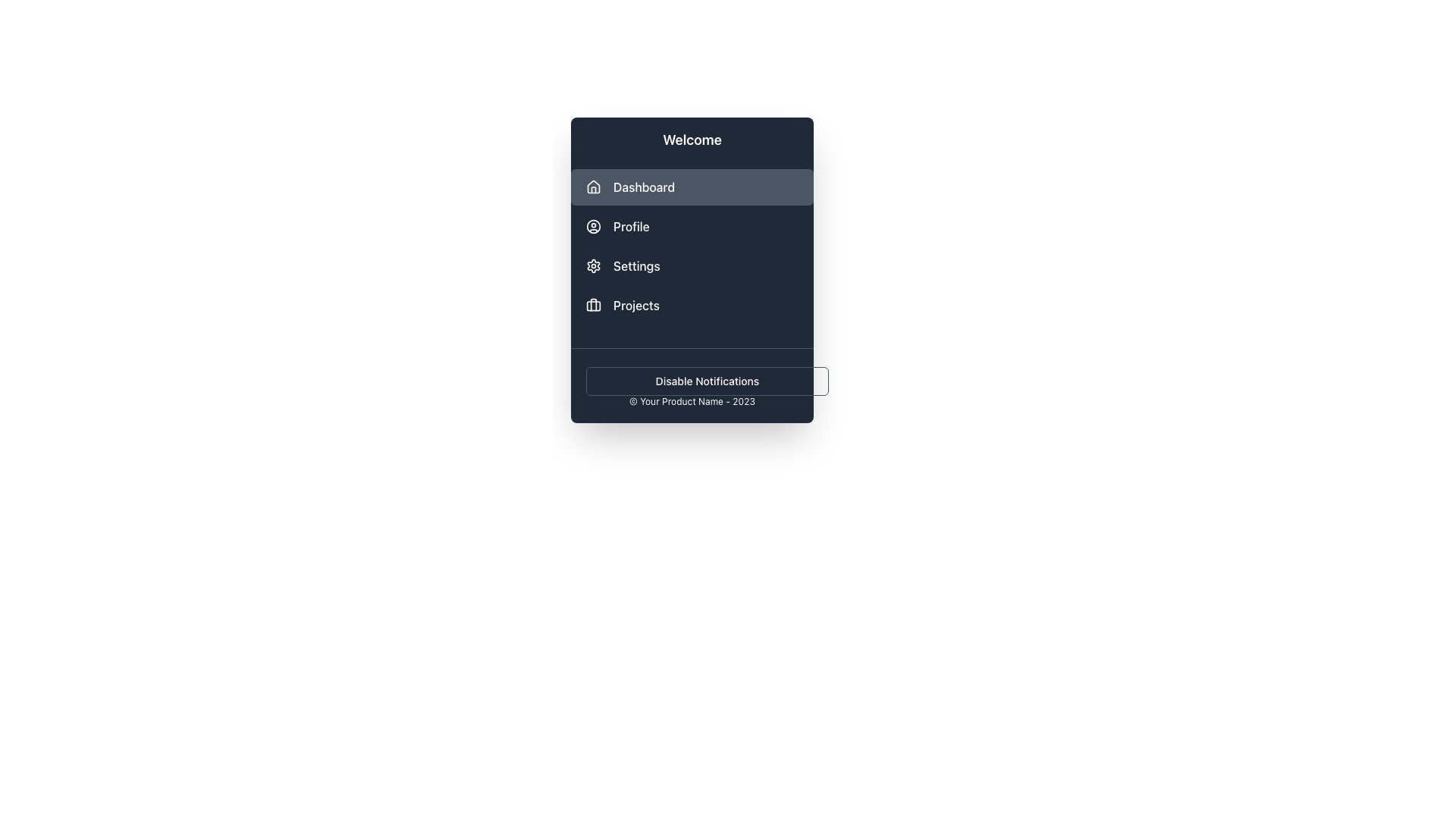 The image size is (1456, 819). What do you see at coordinates (691, 265) in the screenshot?
I see `the third button in the vertical navigation menu` at bounding box center [691, 265].